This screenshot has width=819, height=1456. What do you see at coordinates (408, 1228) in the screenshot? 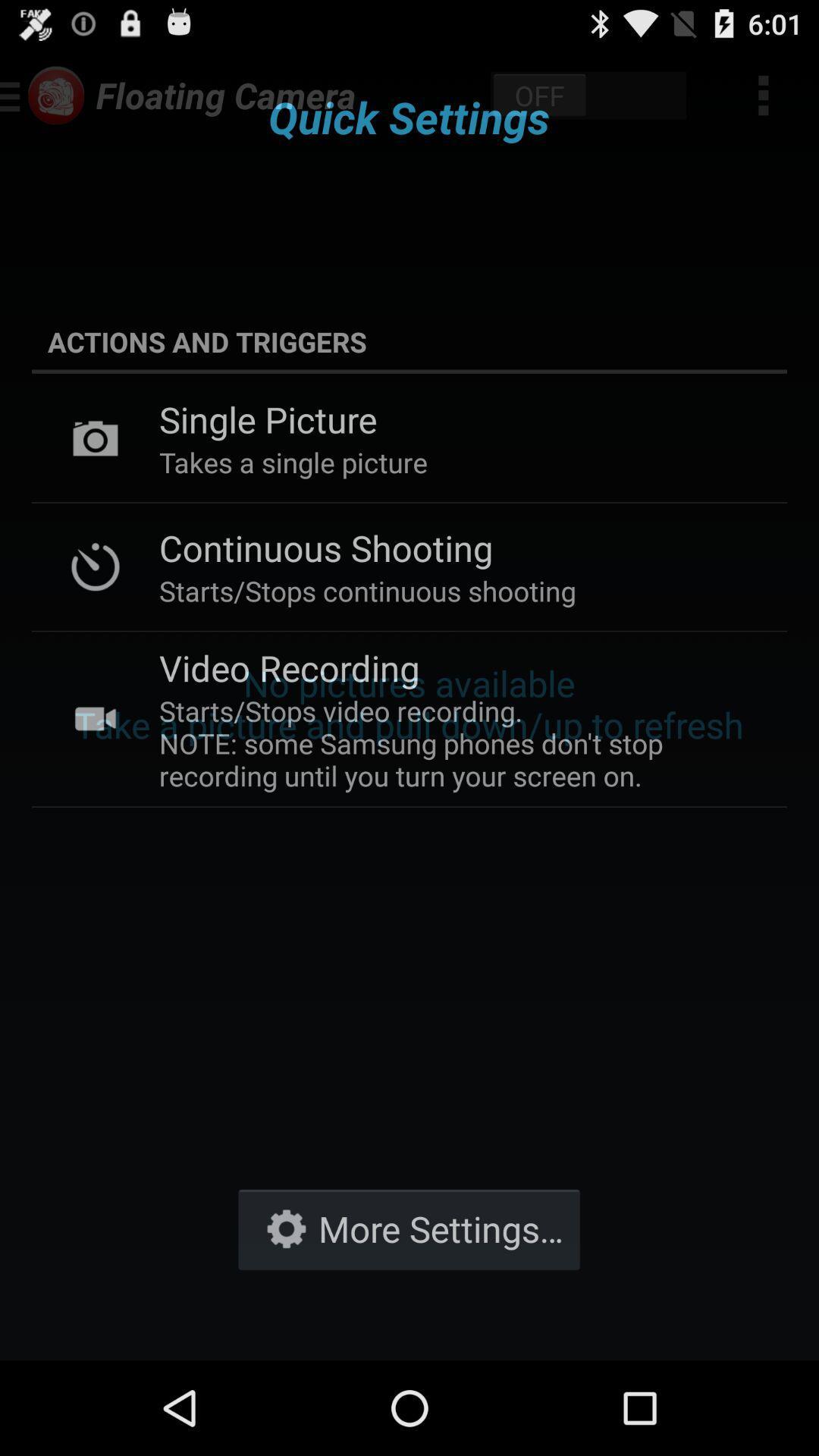
I see `the item at the bottom` at bounding box center [408, 1228].